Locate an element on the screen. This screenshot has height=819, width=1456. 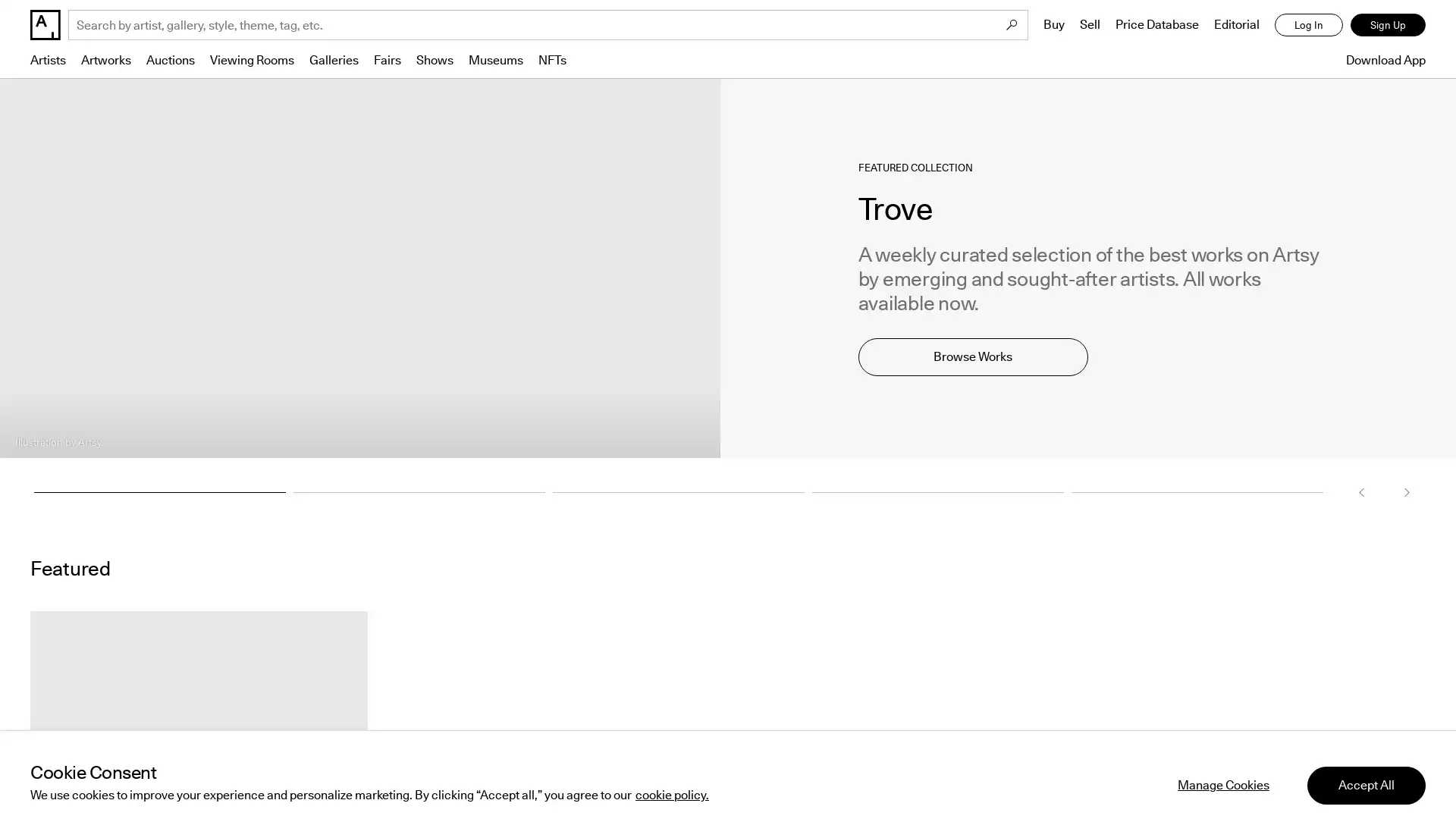
Manage Cookies is located at coordinates (1223, 769).